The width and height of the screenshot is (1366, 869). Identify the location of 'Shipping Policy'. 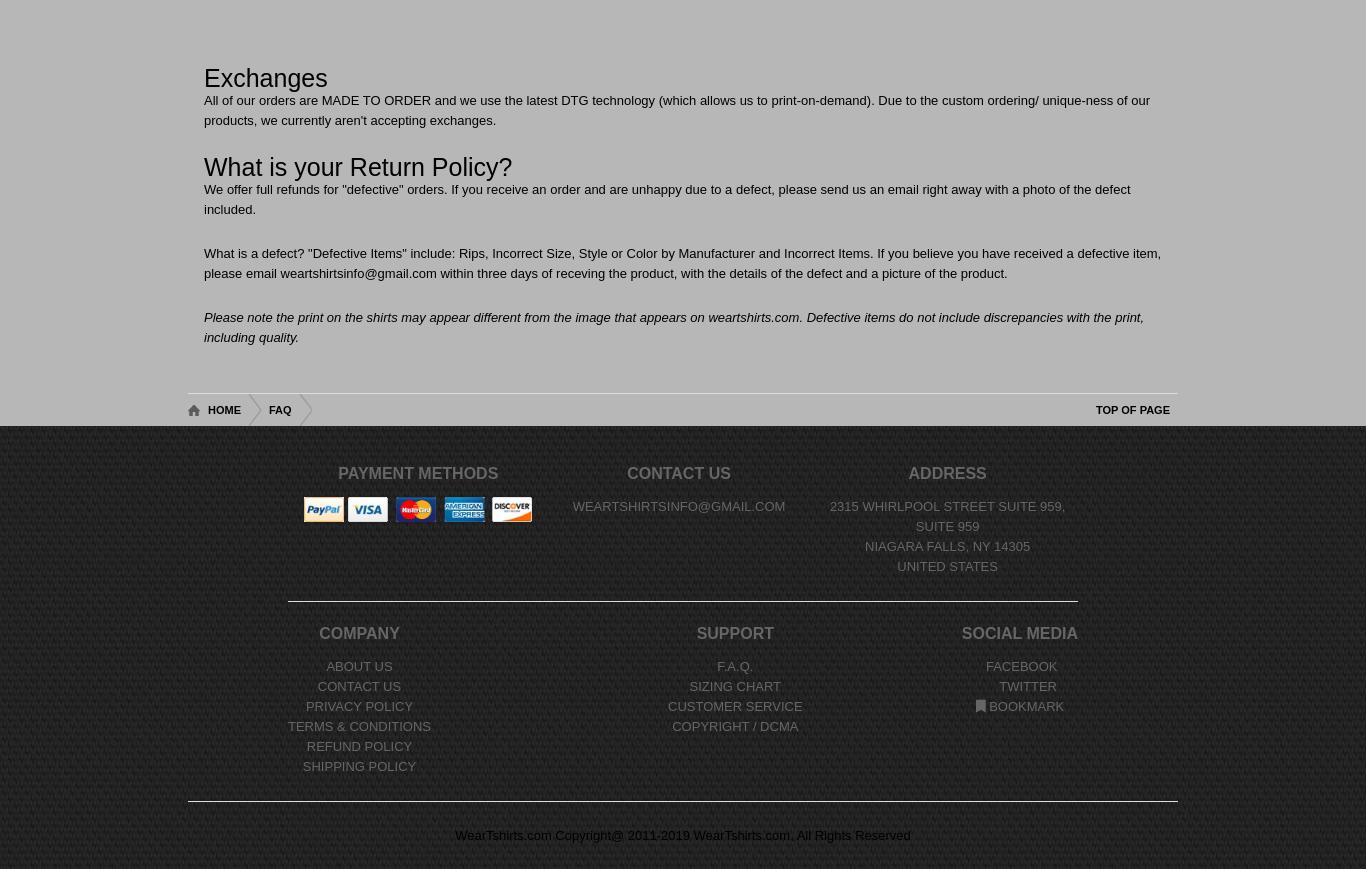
(357, 766).